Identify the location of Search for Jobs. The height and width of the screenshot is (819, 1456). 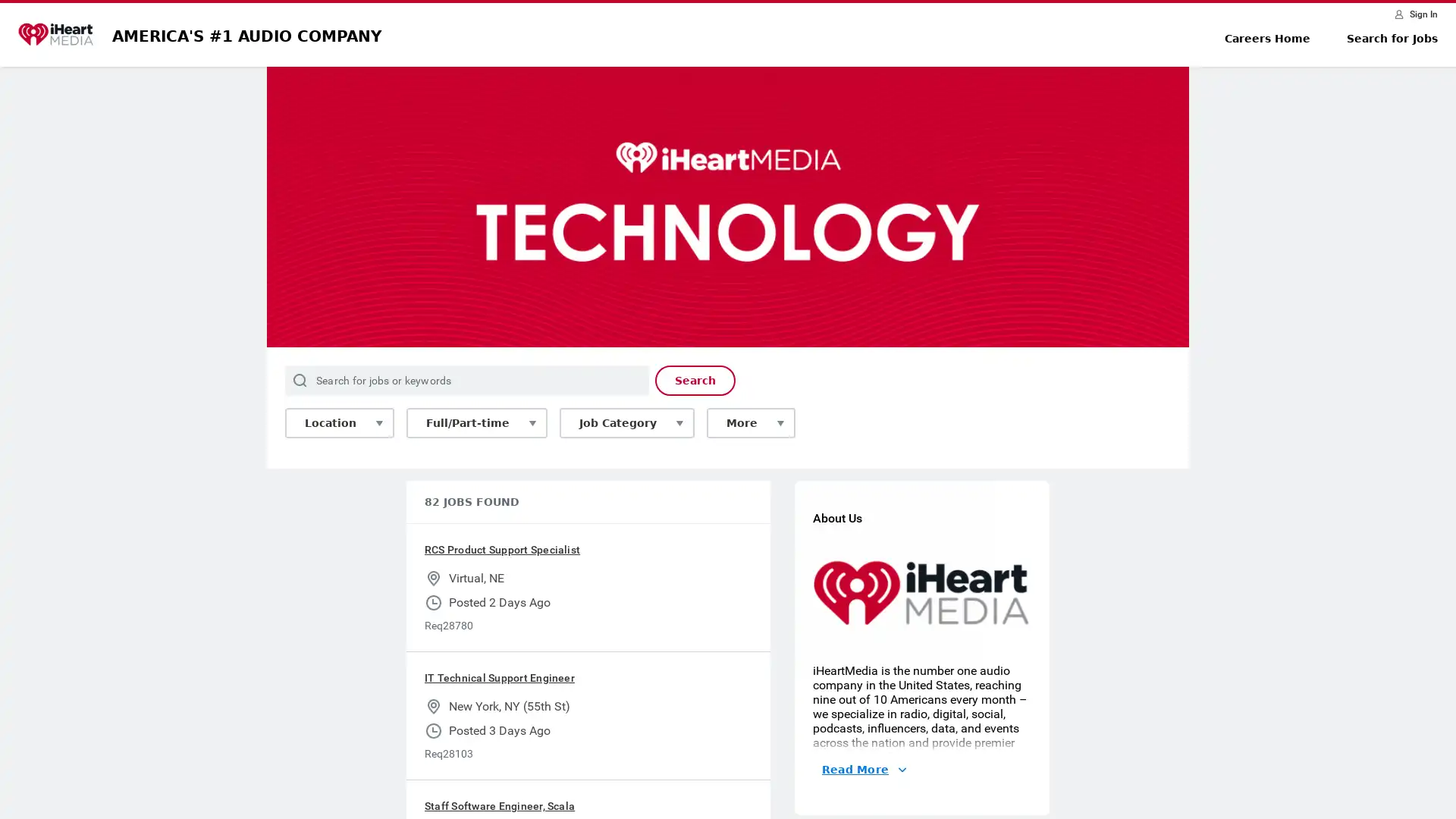
(1399, 38).